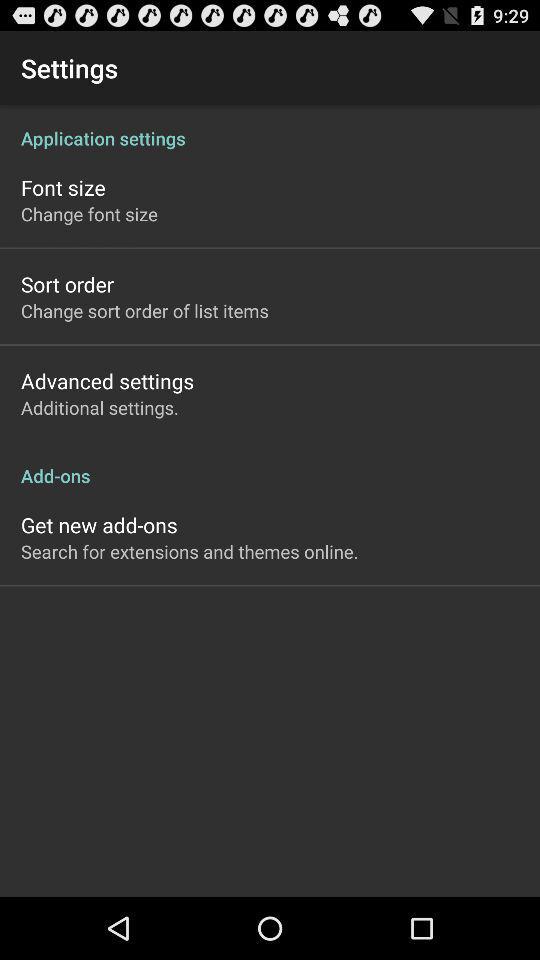 The height and width of the screenshot is (960, 540). Describe the element at coordinates (98, 524) in the screenshot. I see `the app above search for extensions icon` at that location.